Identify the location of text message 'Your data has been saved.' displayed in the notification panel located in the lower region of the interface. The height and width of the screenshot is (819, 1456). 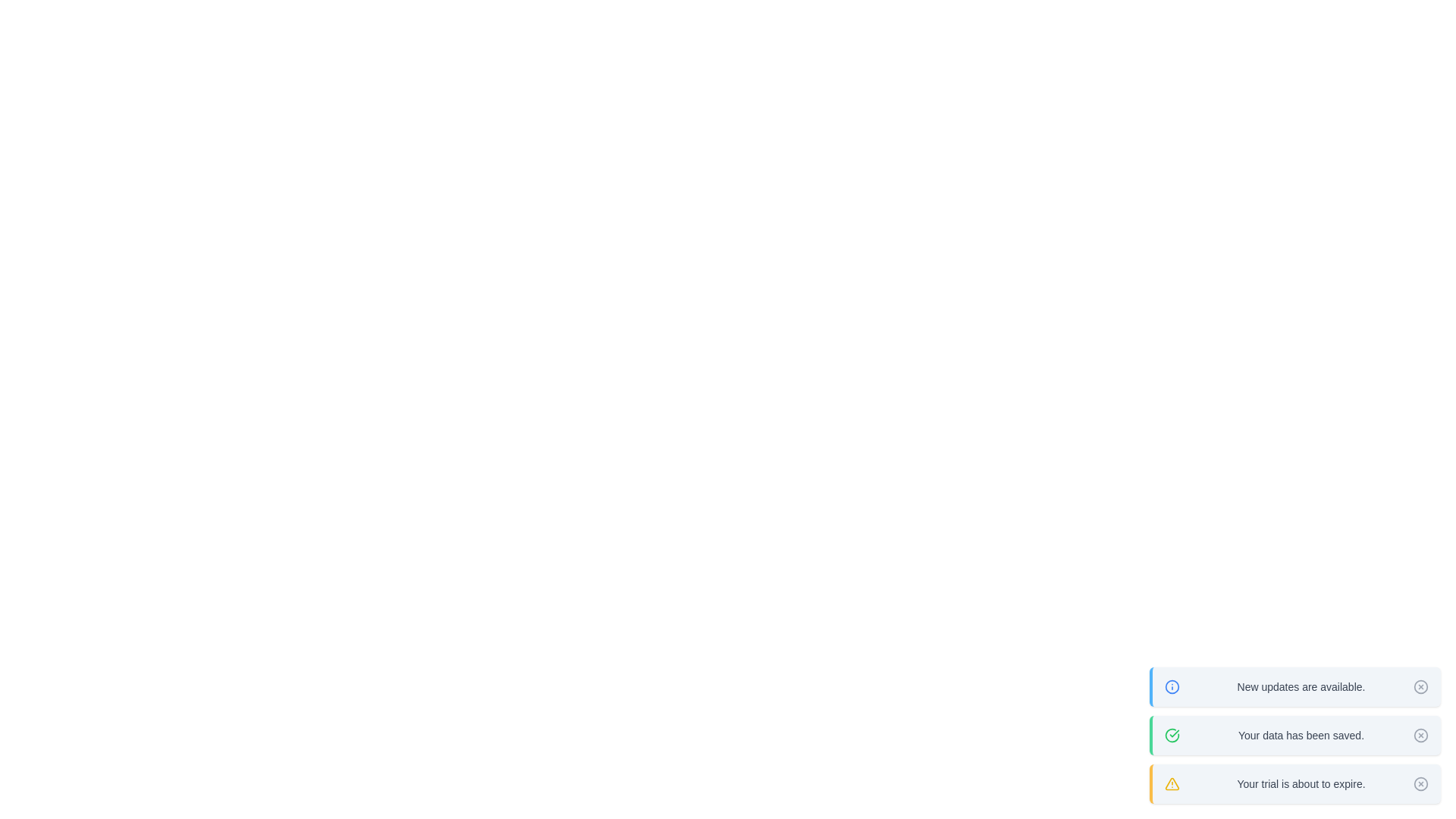
(1301, 734).